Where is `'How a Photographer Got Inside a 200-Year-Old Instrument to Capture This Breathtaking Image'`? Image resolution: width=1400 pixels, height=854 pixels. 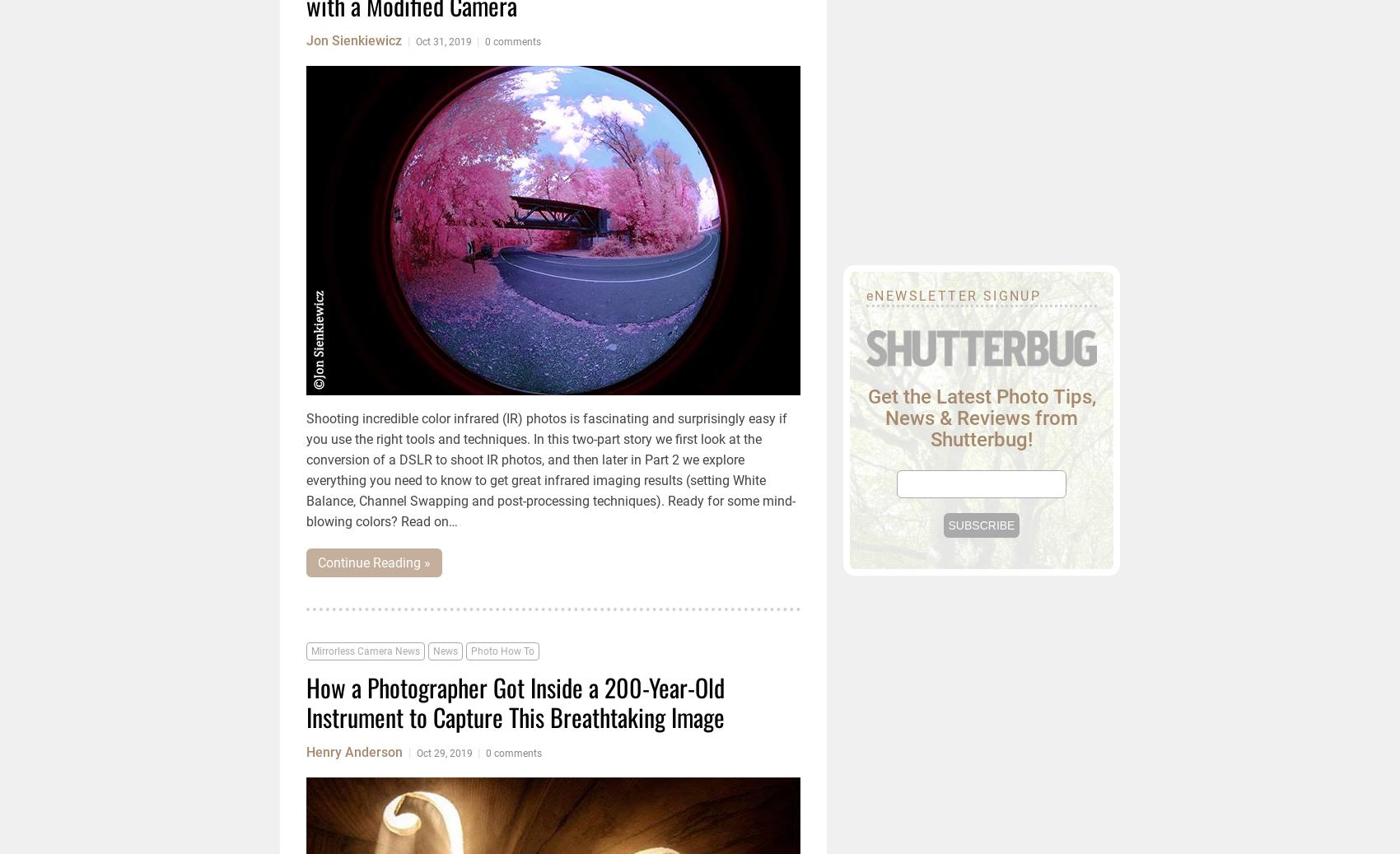 'How a Photographer Got Inside a 200-Year-Old Instrument to Capture This Breathtaking Image' is located at coordinates (514, 702).